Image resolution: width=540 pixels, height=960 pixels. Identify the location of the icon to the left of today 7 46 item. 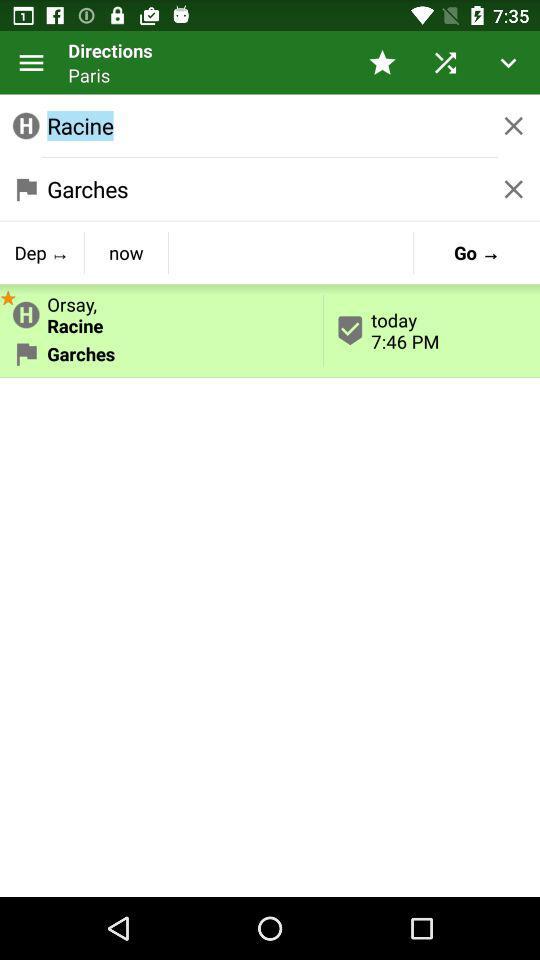
(160, 311).